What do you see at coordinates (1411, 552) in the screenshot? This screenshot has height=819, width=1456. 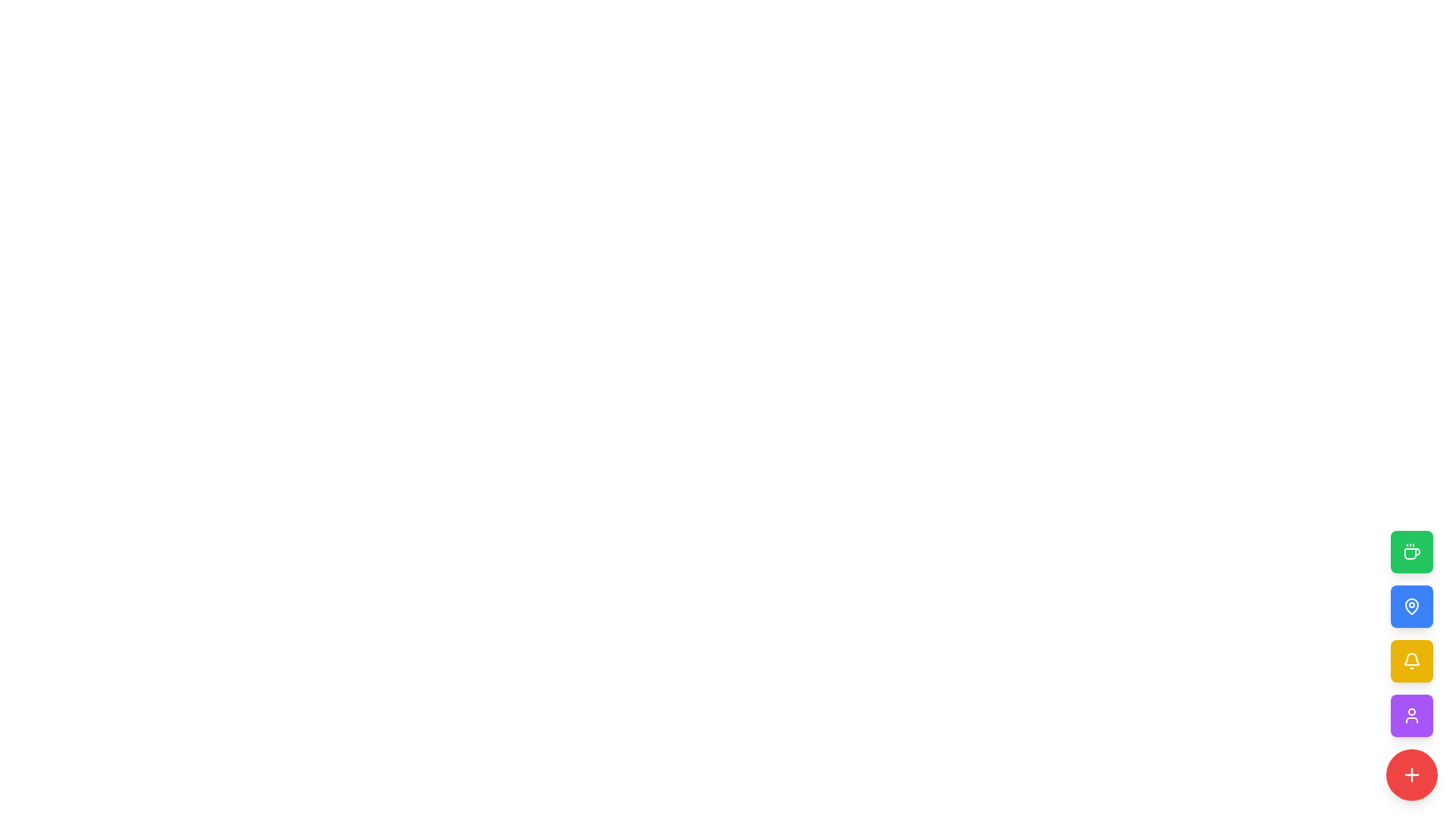 I see `the coffee cup icon with steam lines, which is the first button located at the top of the green button stack on the right edge of the interface` at bounding box center [1411, 552].